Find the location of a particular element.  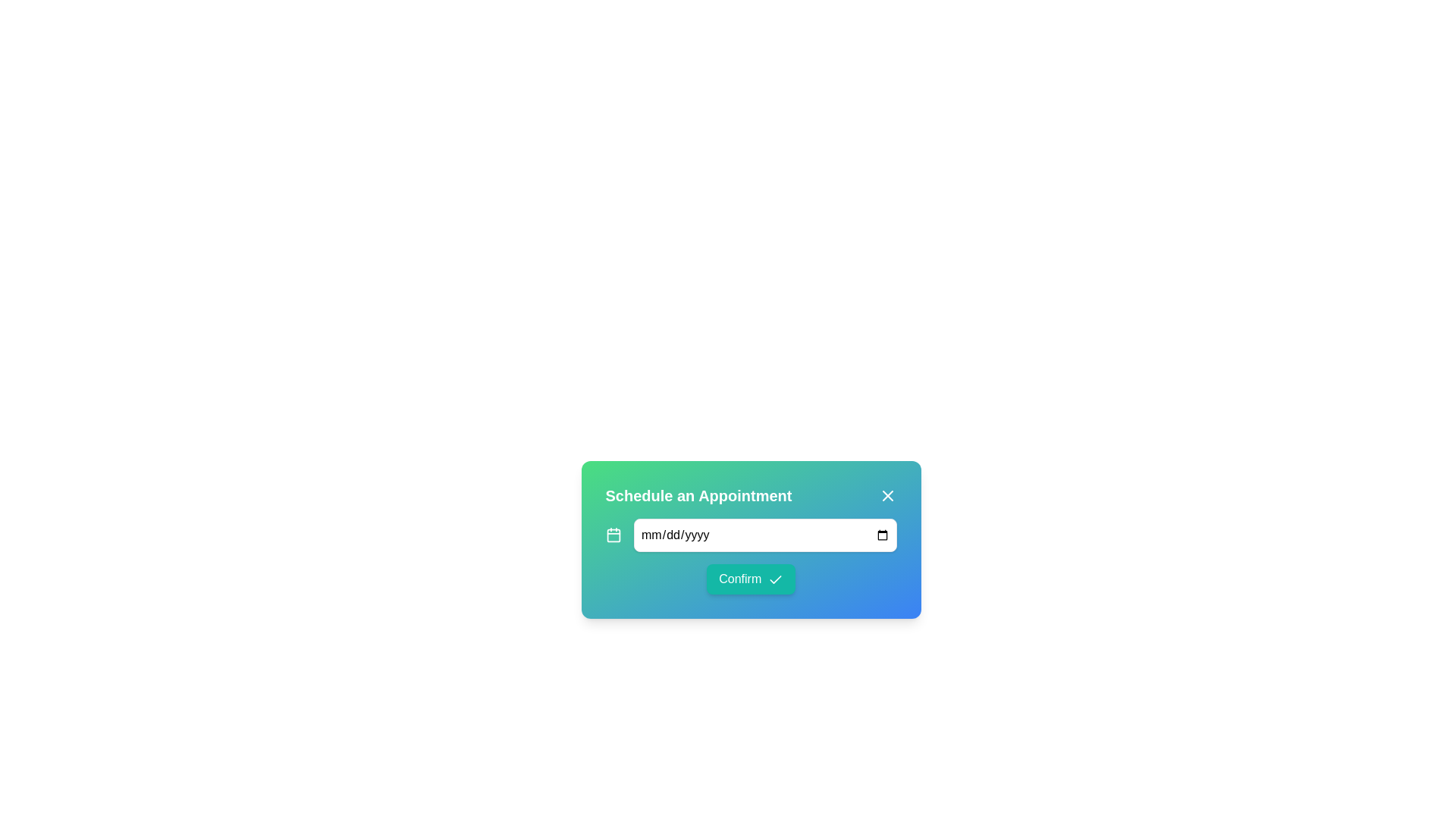

the Close Icon (a diagonal cross 'X' within a circular outline) located in the top-right corner of the 'Schedule an Appointment' modal is located at coordinates (887, 496).